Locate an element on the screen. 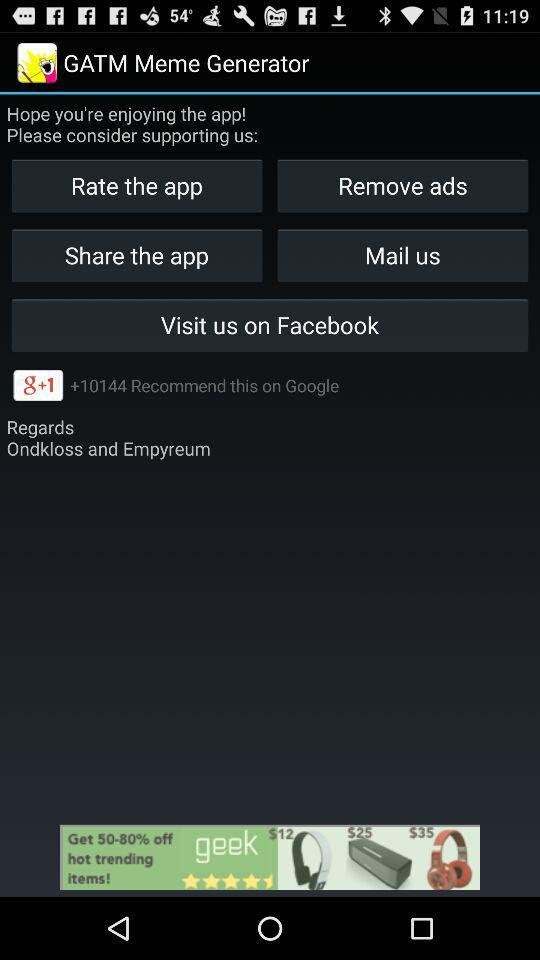 This screenshot has height=960, width=540. share the article is located at coordinates (270, 856).